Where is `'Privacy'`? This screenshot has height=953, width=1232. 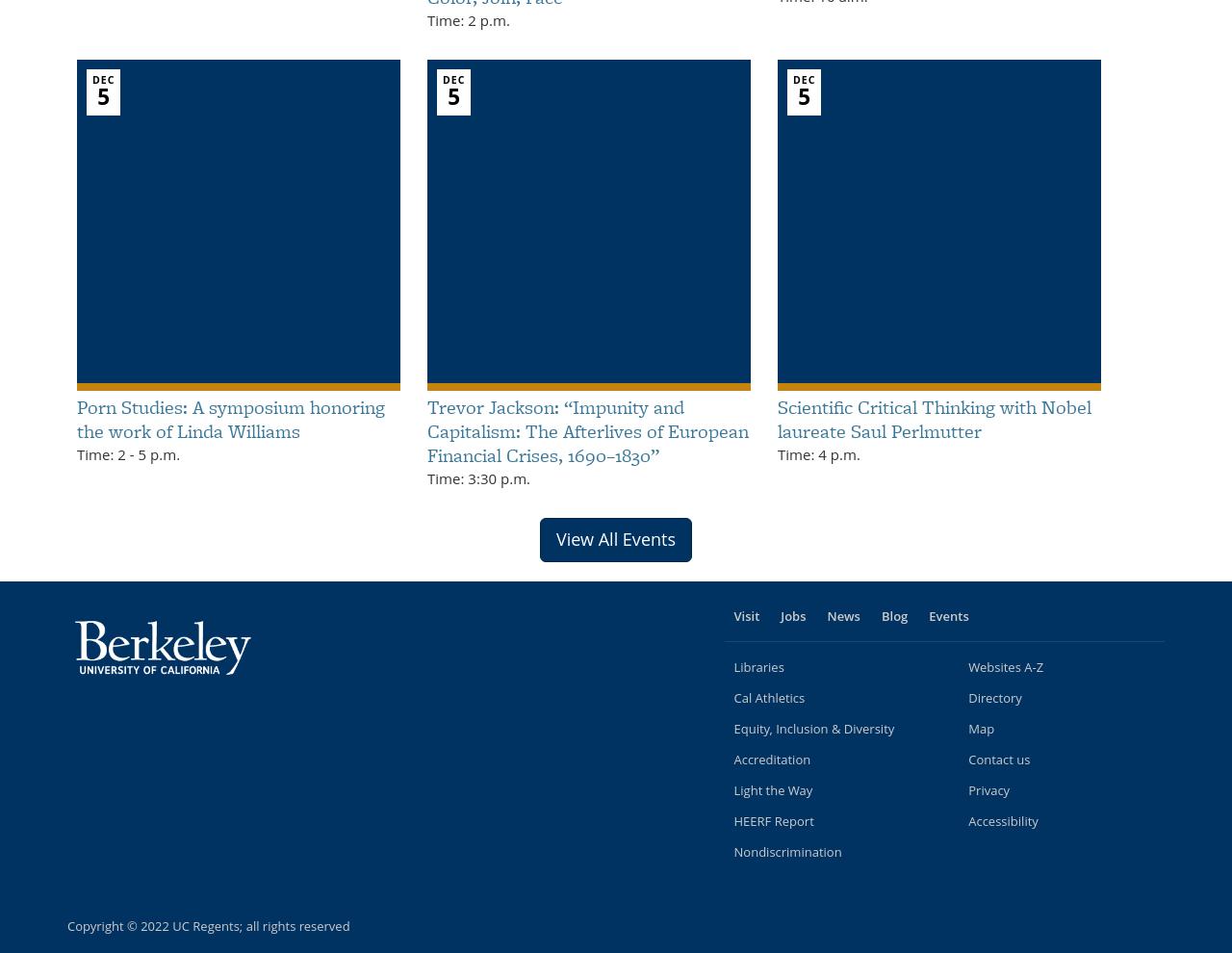
'Privacy' is located at coordinates (988, 788).